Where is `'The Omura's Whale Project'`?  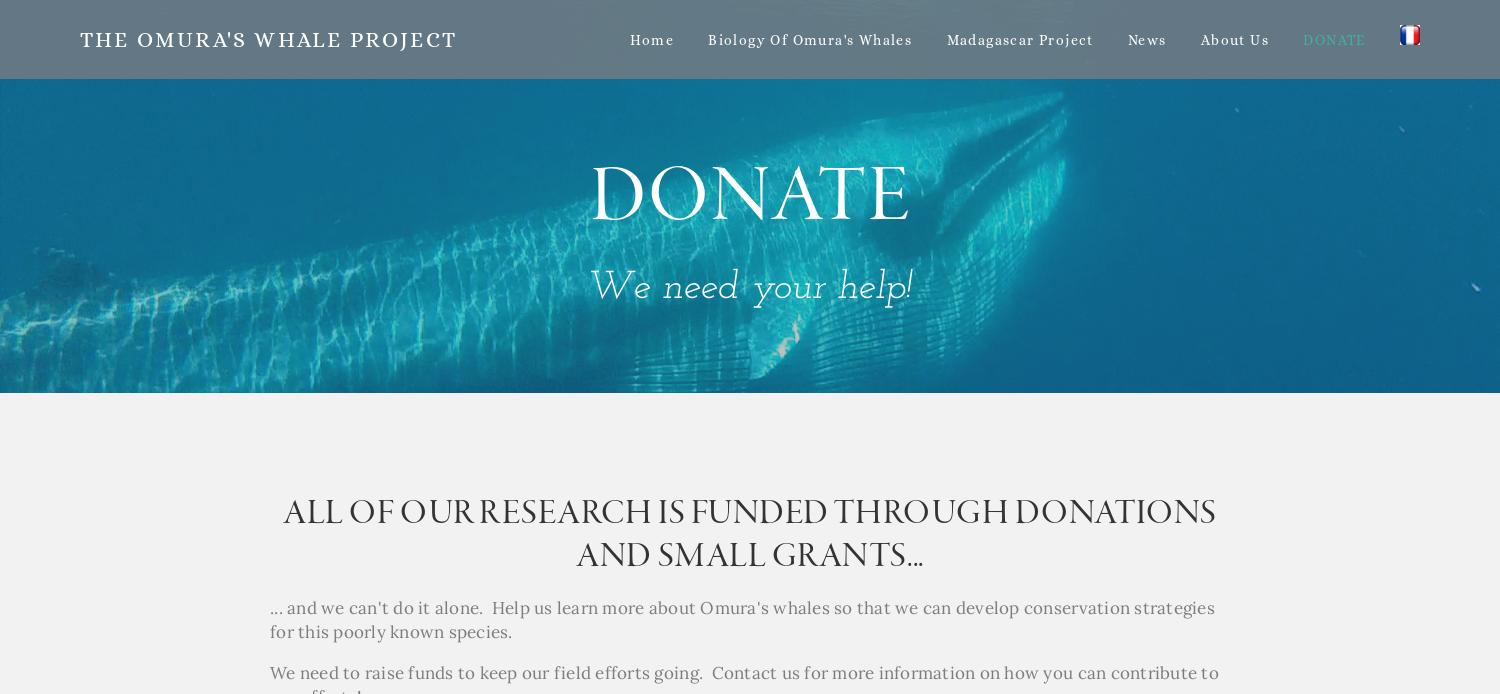
'The Omura's Whale Project' is located at coordinates (268, 38).